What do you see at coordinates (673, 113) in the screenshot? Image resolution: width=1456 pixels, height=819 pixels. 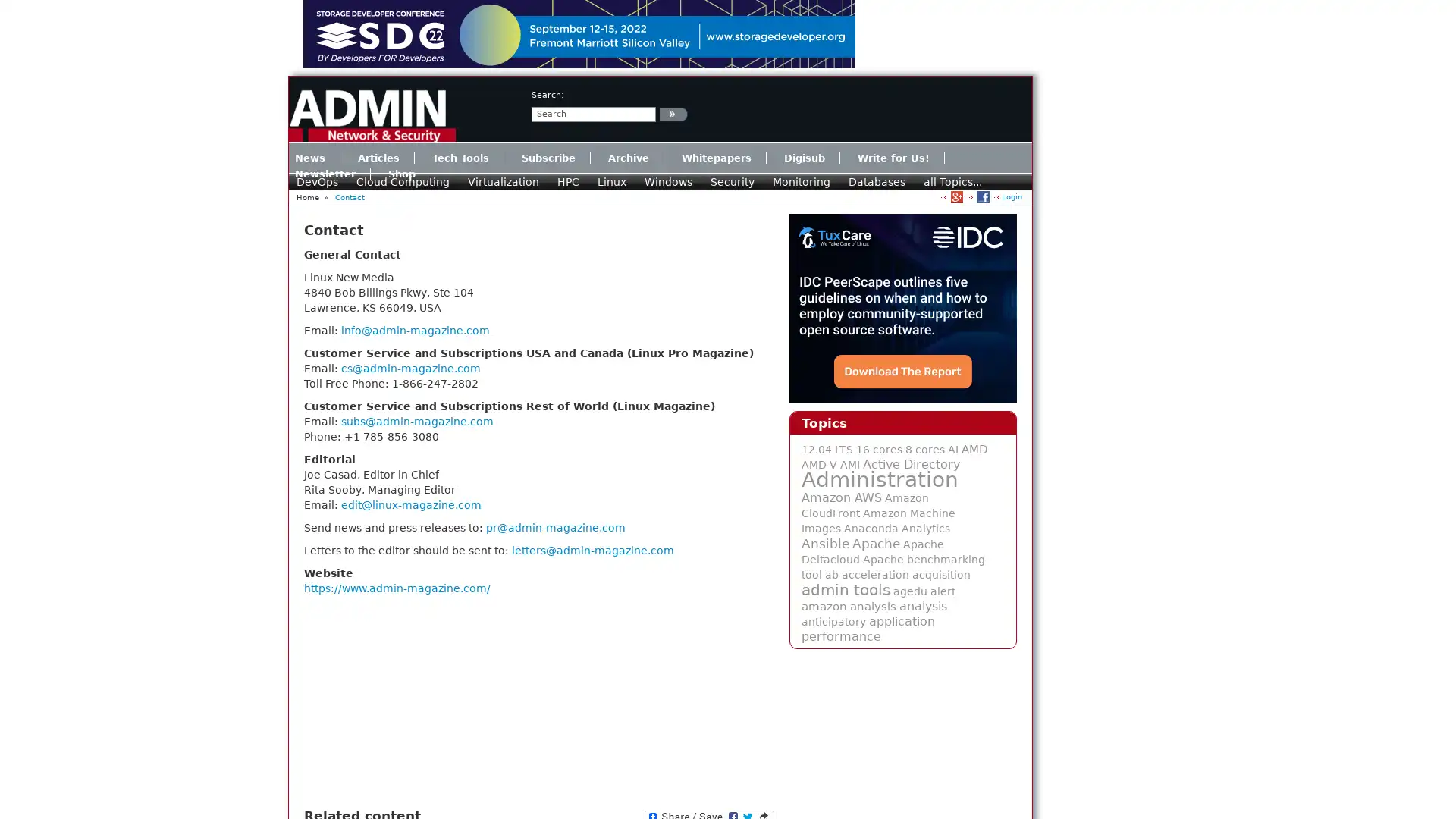 I see `search:` at bounding box center [673, 113].